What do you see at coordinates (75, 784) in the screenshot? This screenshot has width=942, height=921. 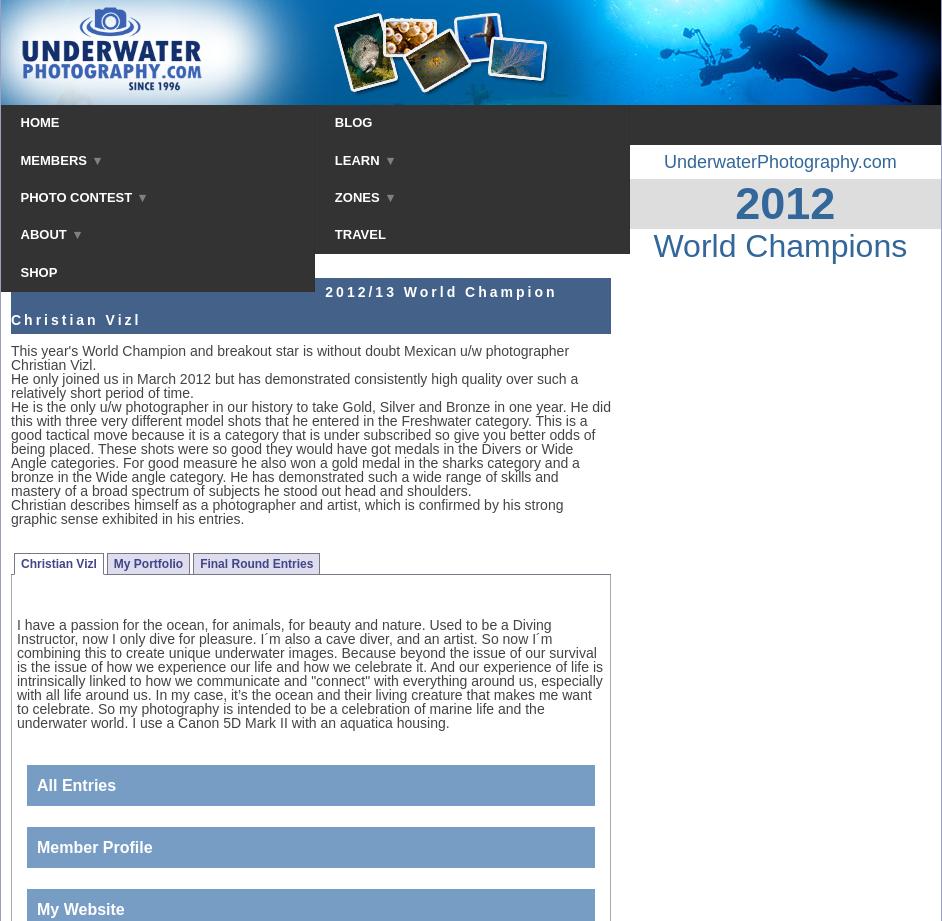 I see `'All Entries'` at bounding box center [75, 784].